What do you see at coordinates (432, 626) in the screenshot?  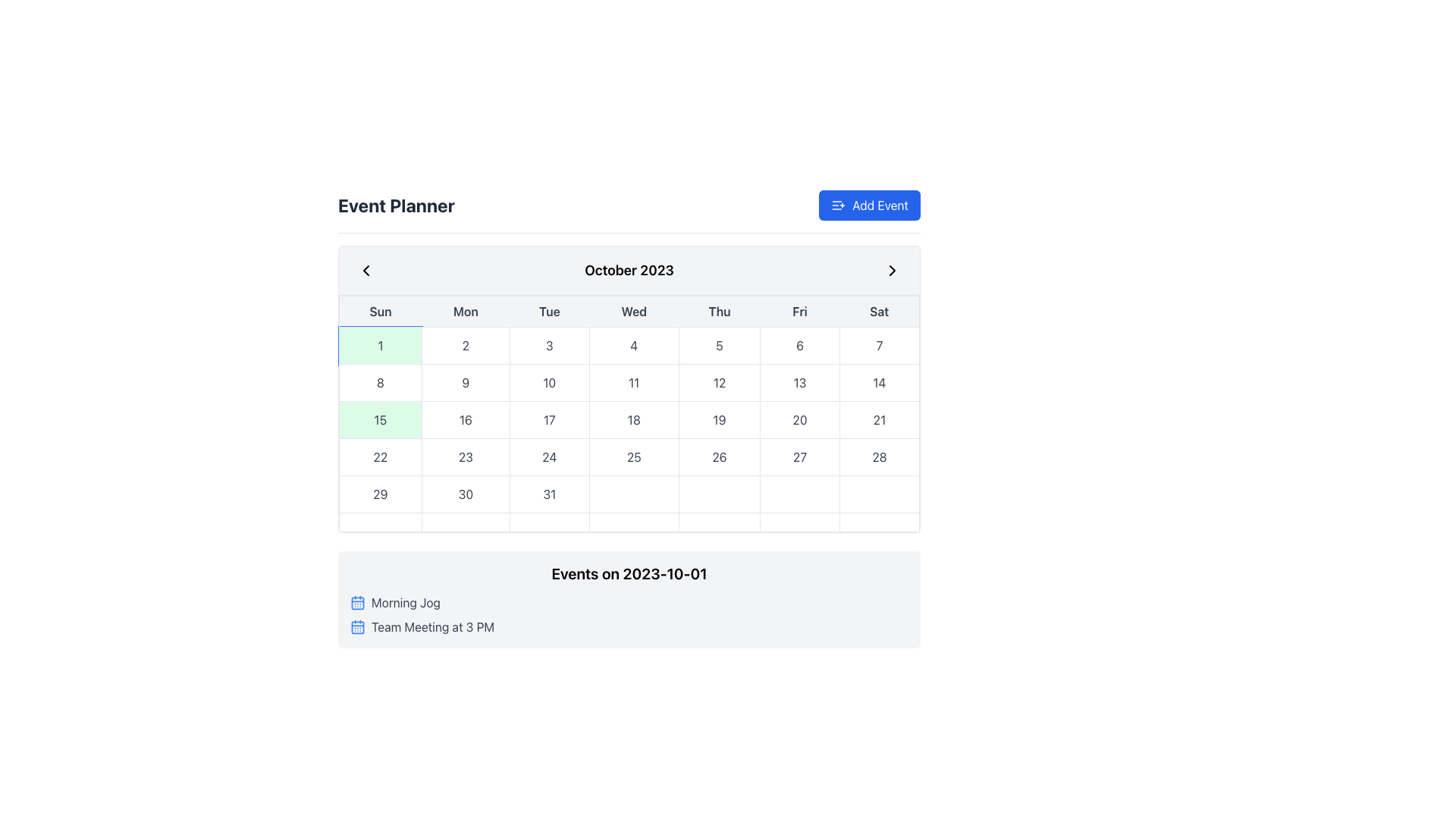 I see `the label that conveys information about the scheduled team meeting happening at 3 PM, located beneath the 'Morning Jog' event in the list of scheduled events for October 1, 2023` at bounding box center [432, 626].